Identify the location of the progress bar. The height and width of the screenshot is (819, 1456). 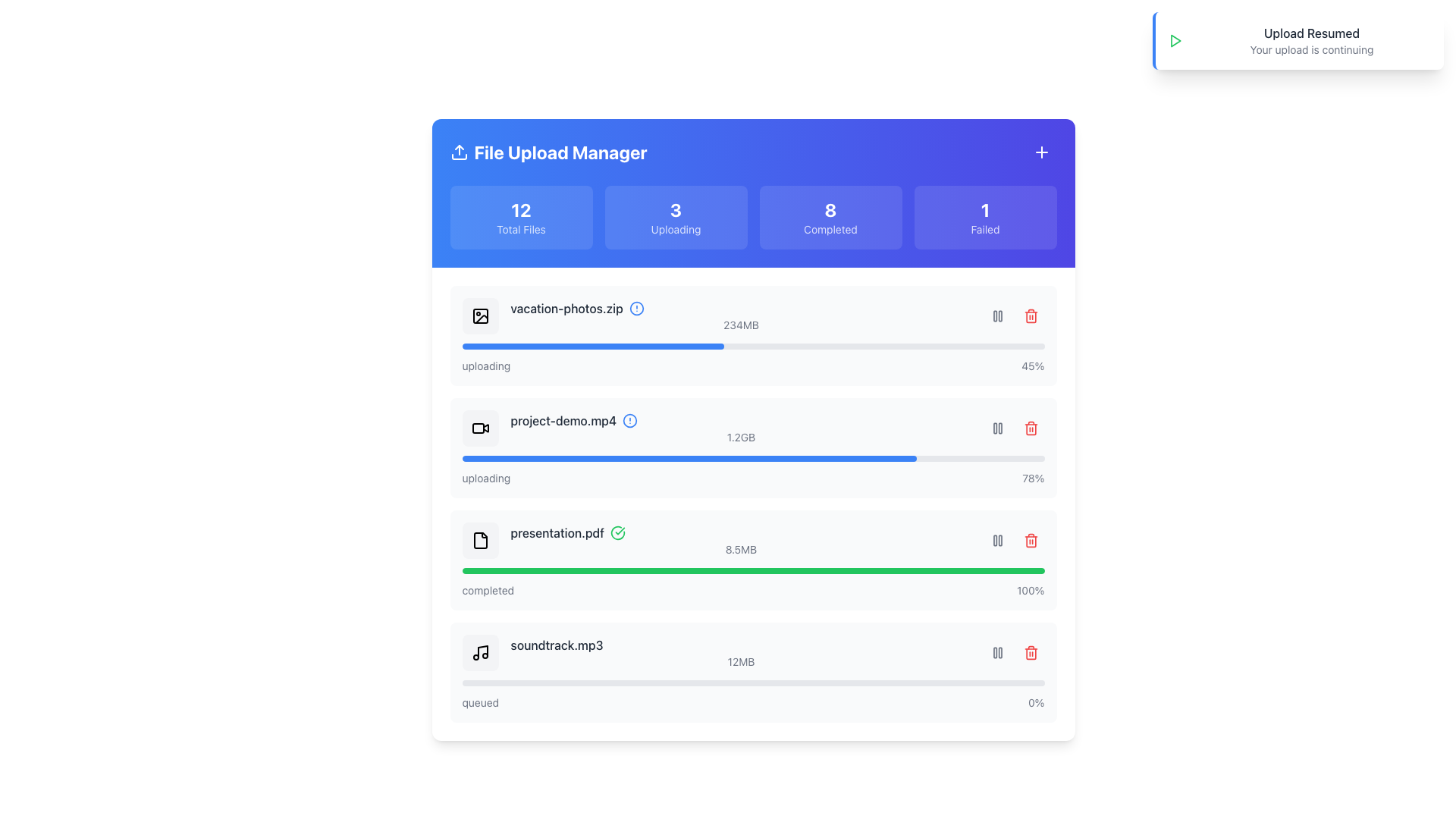
(611, 346).